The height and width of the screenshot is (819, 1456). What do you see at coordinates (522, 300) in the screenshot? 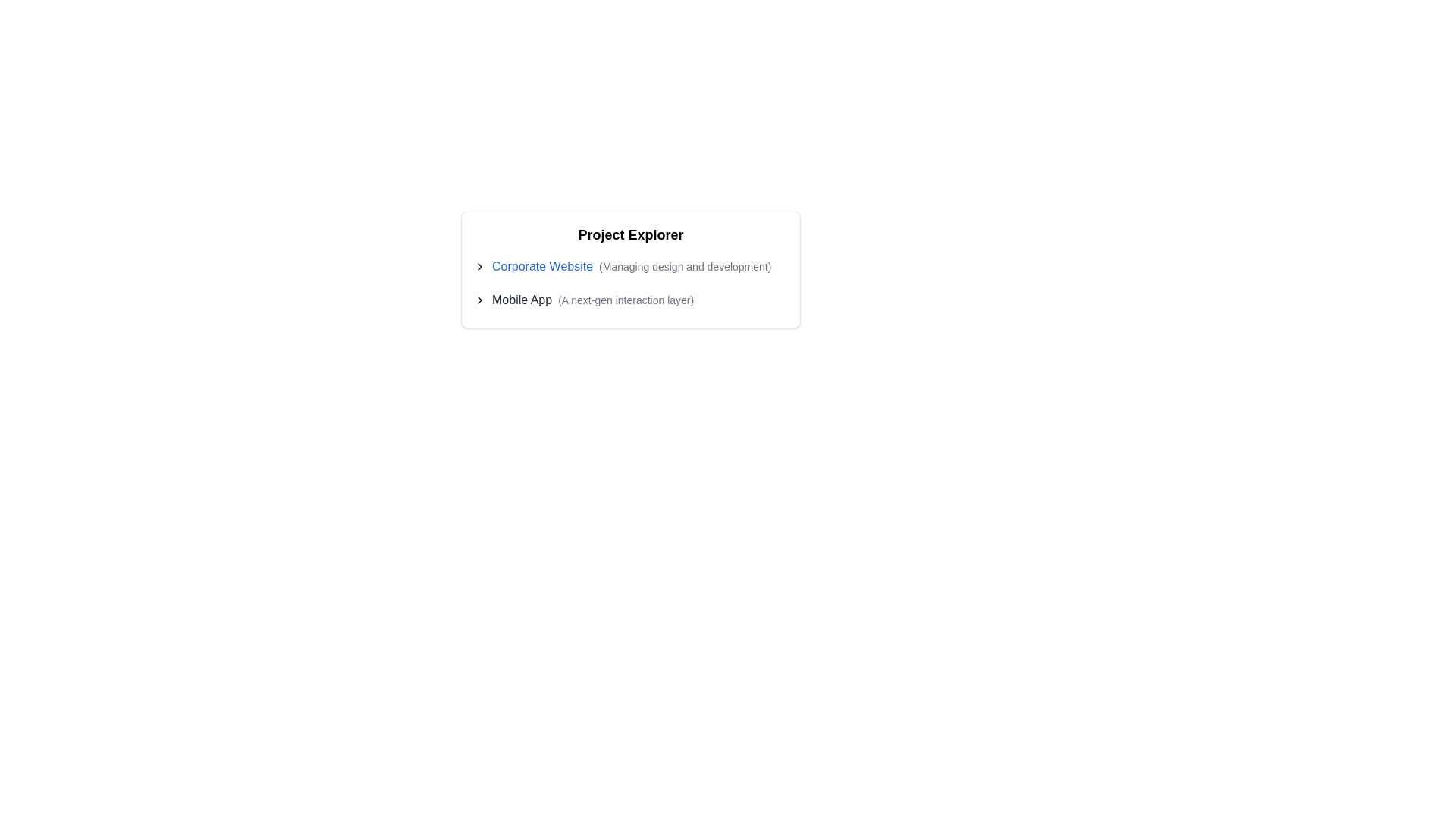
I see `the project associated with the text label` at bounding box center [522, 300].